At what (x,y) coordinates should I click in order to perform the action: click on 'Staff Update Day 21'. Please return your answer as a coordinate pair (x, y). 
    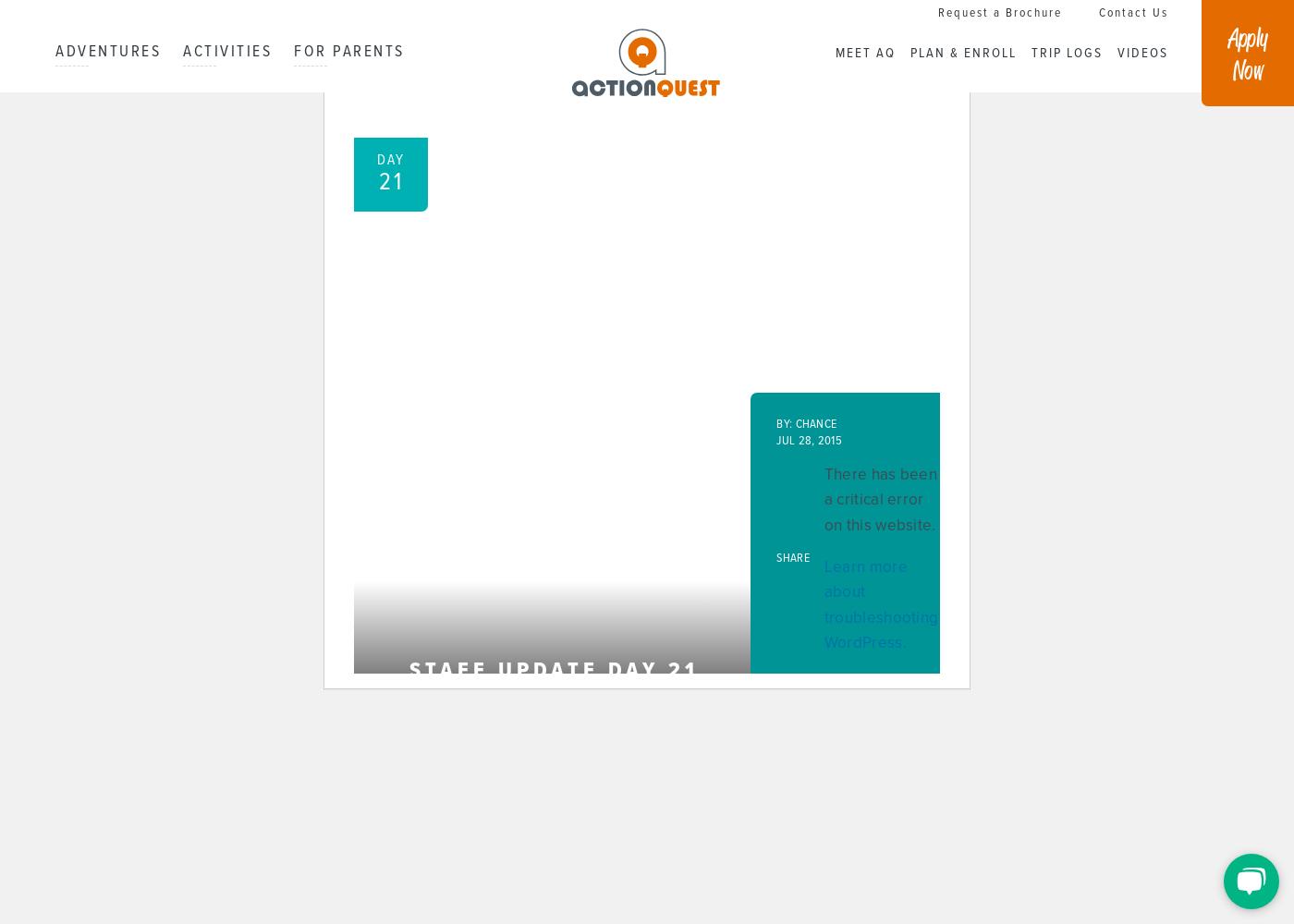
    Looking at the image, I should click on (554, 670).